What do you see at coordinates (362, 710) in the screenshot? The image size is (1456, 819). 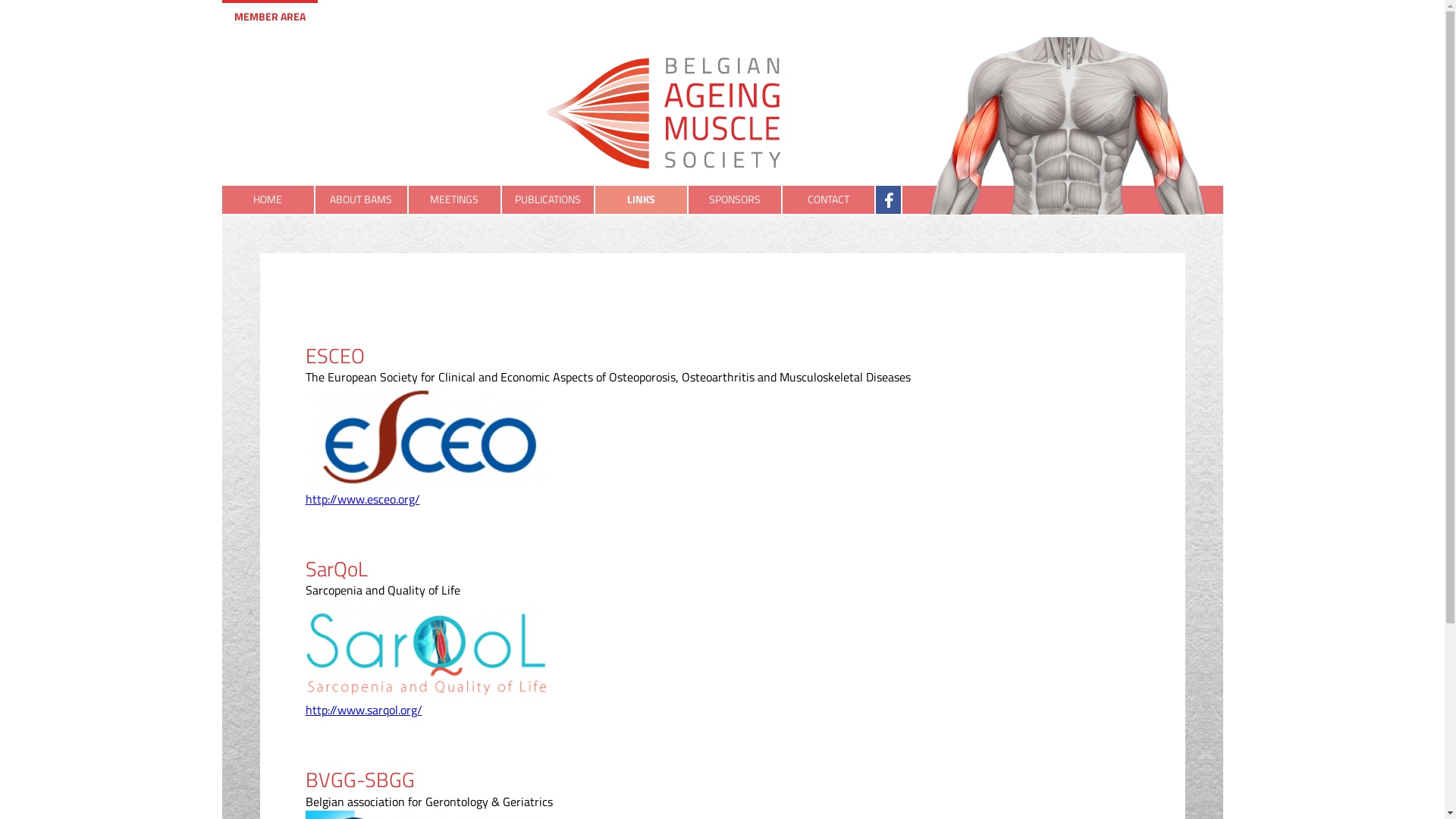 I see `'http://www.sarqol.org/'` at bounding box center [362, 710].